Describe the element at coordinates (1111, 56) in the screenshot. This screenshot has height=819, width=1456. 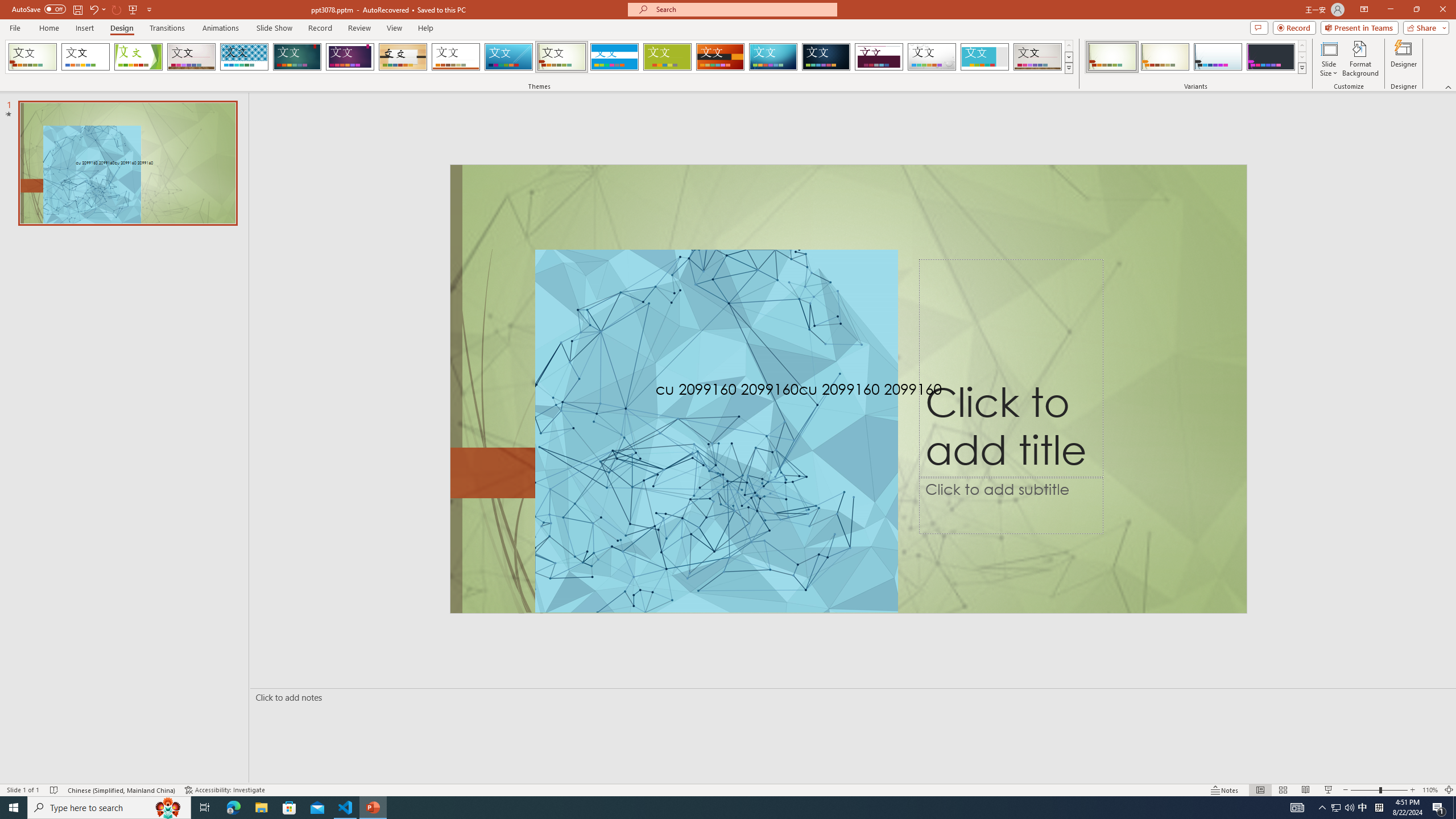
I see `'Wisp Variant 1'` at that location.